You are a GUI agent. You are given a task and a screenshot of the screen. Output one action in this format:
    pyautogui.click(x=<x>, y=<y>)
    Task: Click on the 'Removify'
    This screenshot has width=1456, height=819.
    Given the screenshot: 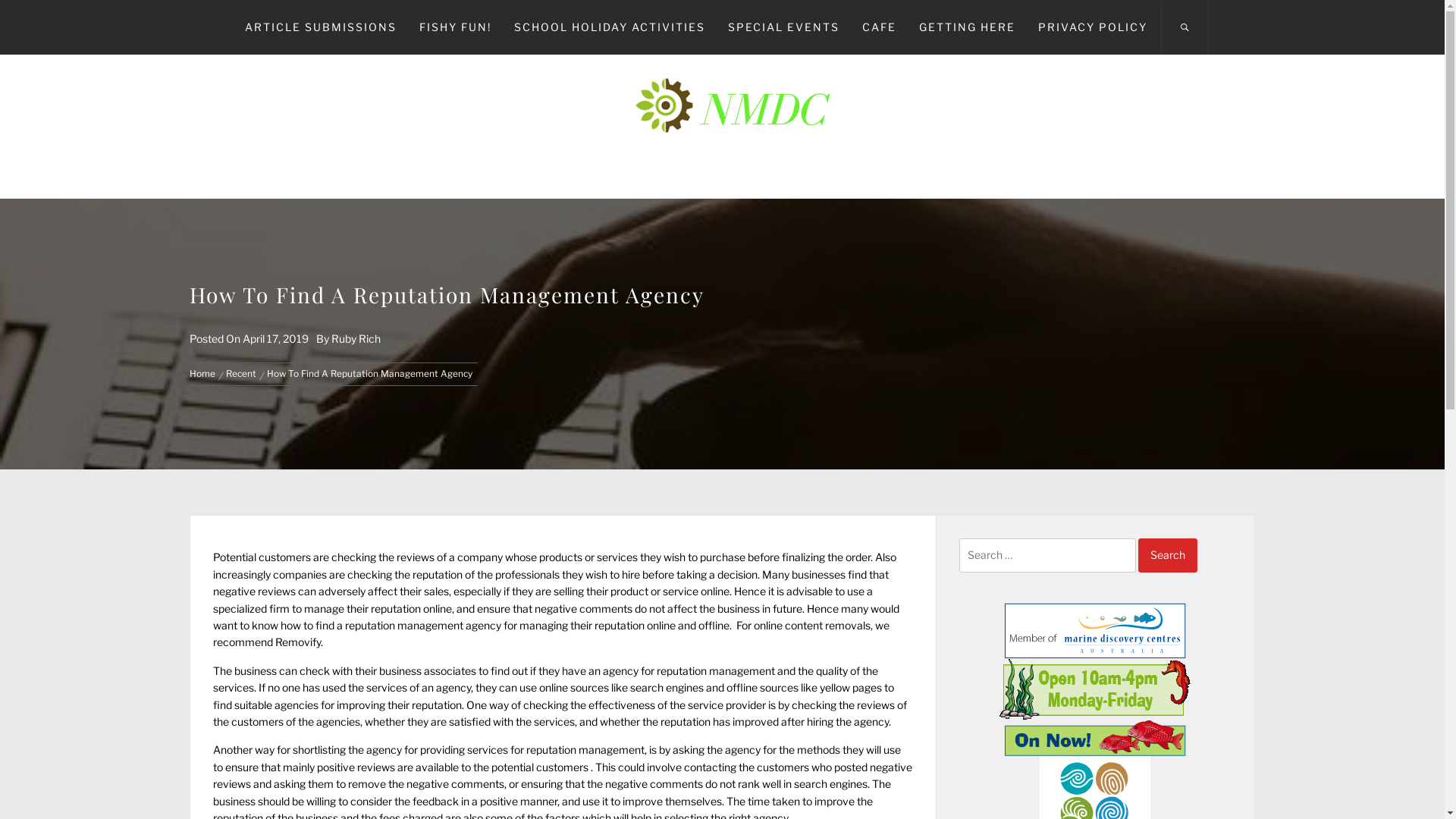 What is the action you would take?
    pyautogui.click(x=275, y=642)
    